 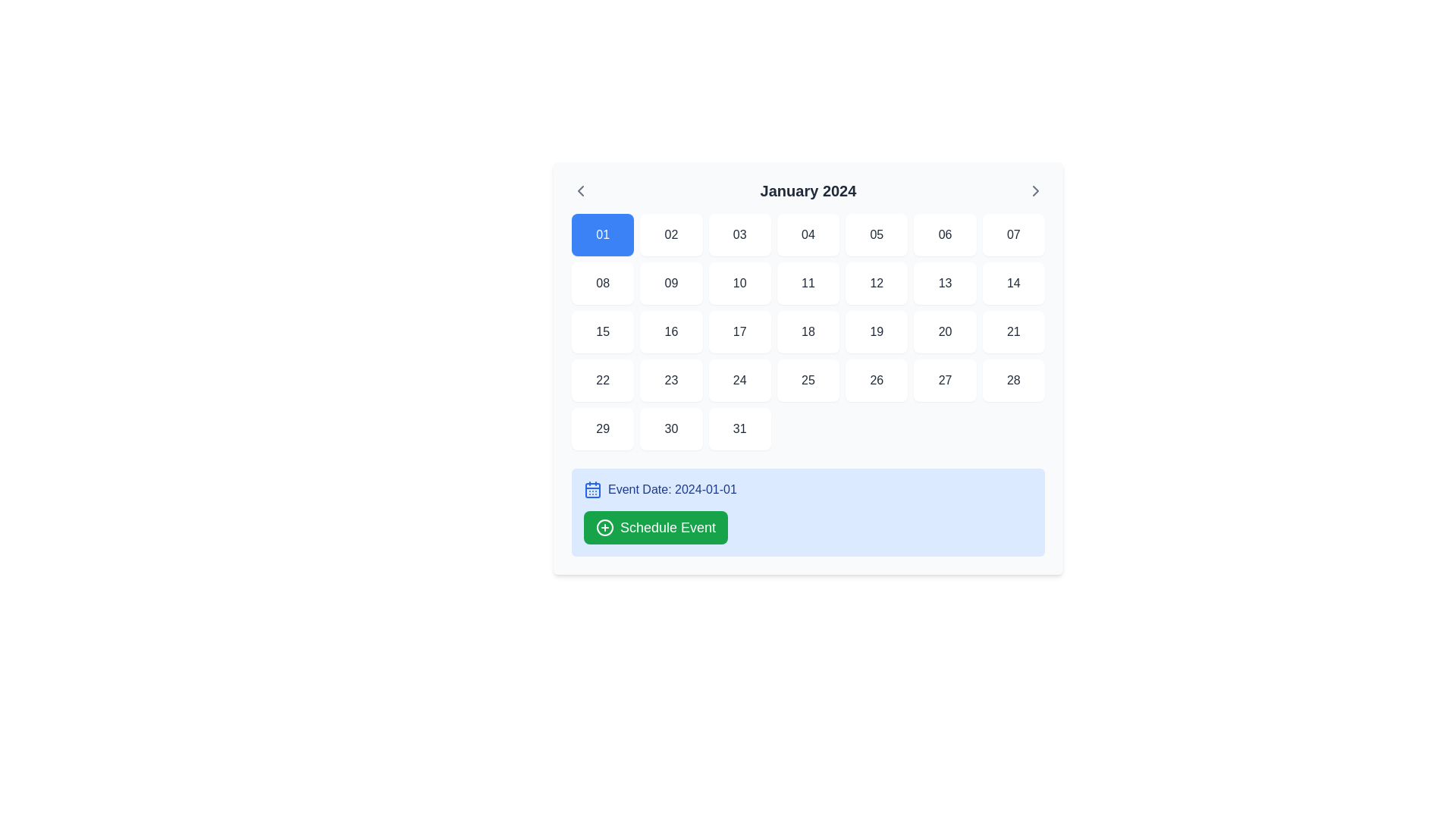 What do you see at coordinates (672, 489) in the screenshot?
I see `the text label displaying 'Event Date: 2024-01-01' in dark blue font, which is located on a light blue background and positioned to the right of a calendar icon` at bounding box center [672, 489].